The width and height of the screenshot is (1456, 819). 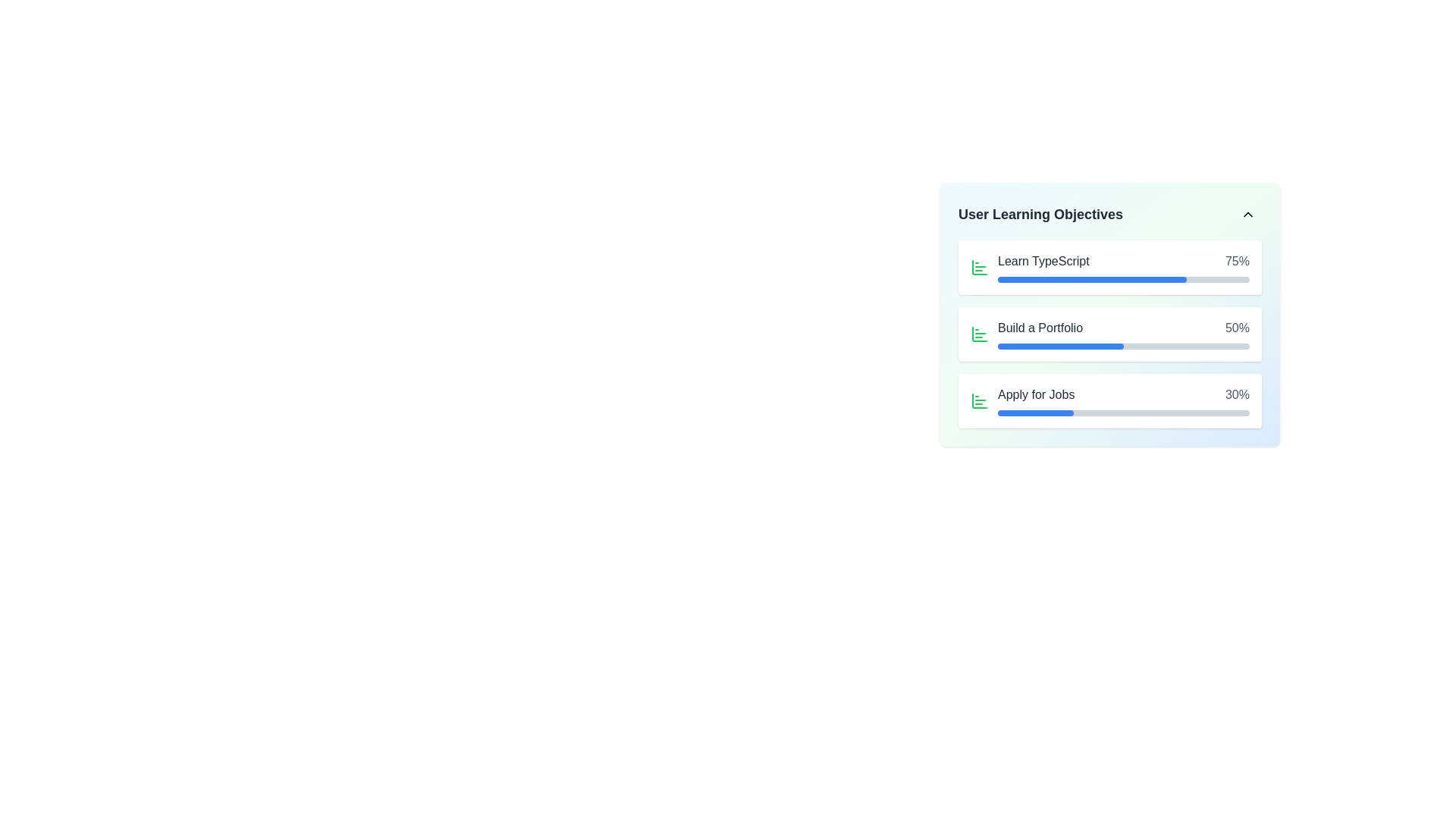 What do you see at coordinates (1092, 280) in the screenshot?
I see `the Progress bar fill indicator located next to the 'Learn TypeScript' label and the numerical value '75%' in the 'User Learning Objectives' section` at bounding box center [1092, 280].